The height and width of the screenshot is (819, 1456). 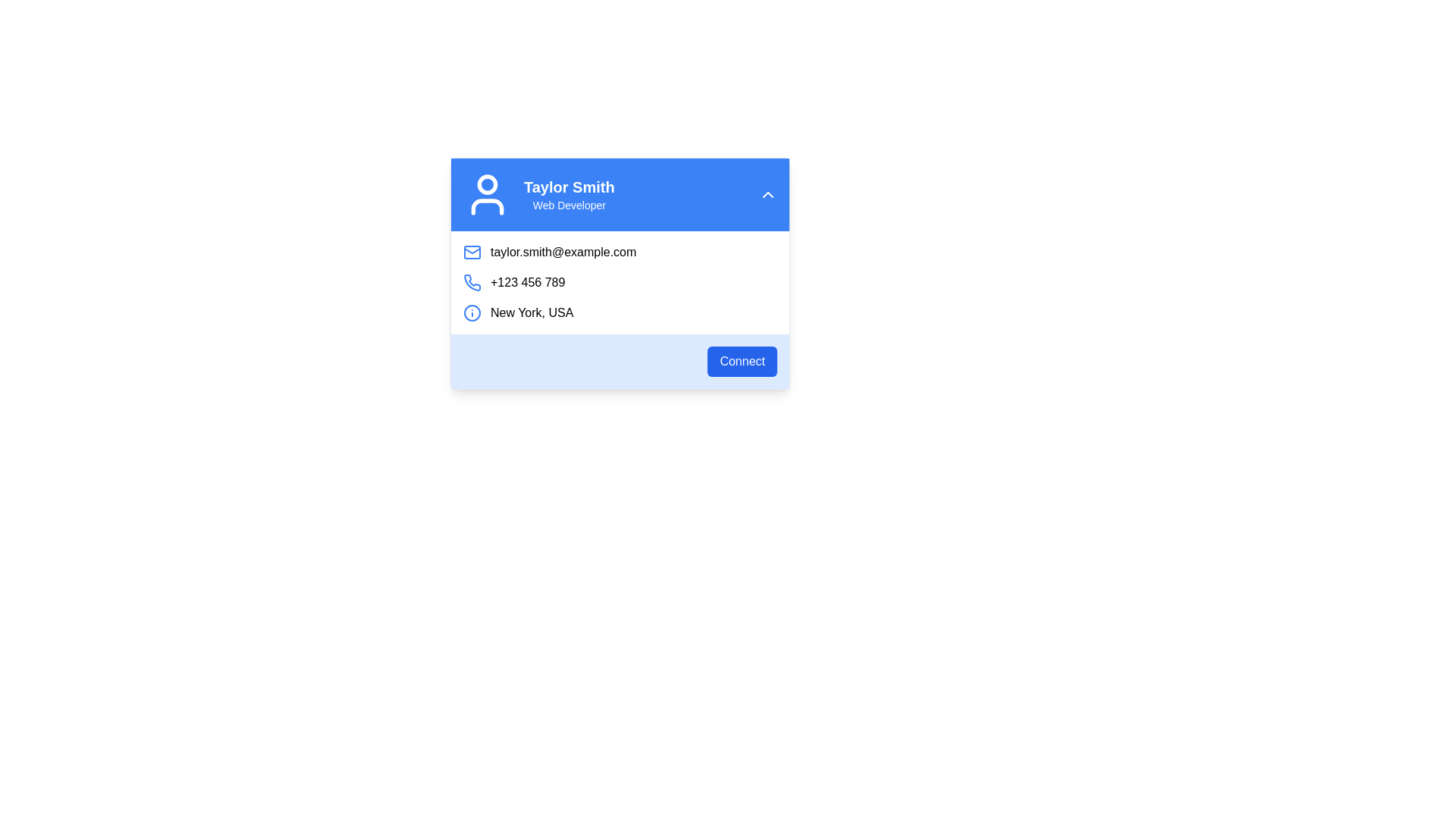 What do you see at coordinates (488, 194) in the screenshot?
I see `the user profile icon located at the leftmost position in the header of the card component displaying 'Taylor Smith' and 'Web Developer'` at bounding box center [488, 194].